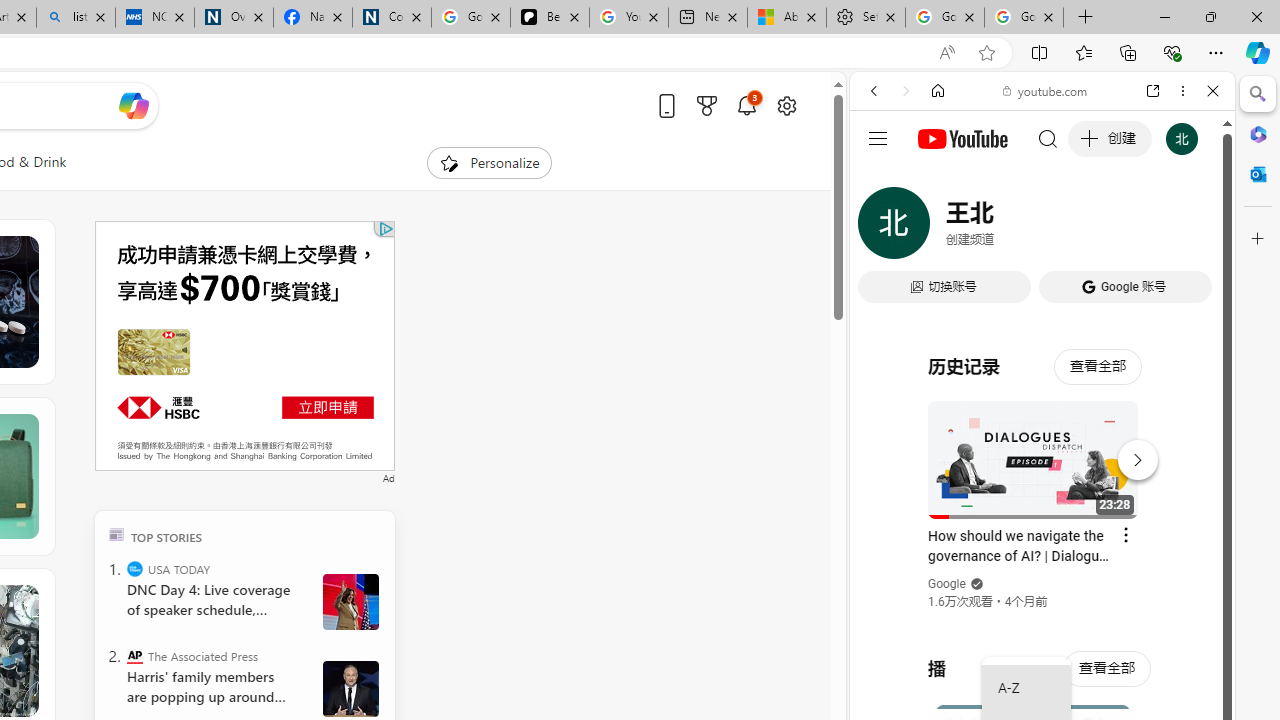 Image resolution: width=1280 pixels, height=720 pixels. Describe the element at coordinates (785, 17) in the screenshot. I see `'Aberdeen, Hong Kong SAR hourly forecast | Microsoft Weather'` at that location.